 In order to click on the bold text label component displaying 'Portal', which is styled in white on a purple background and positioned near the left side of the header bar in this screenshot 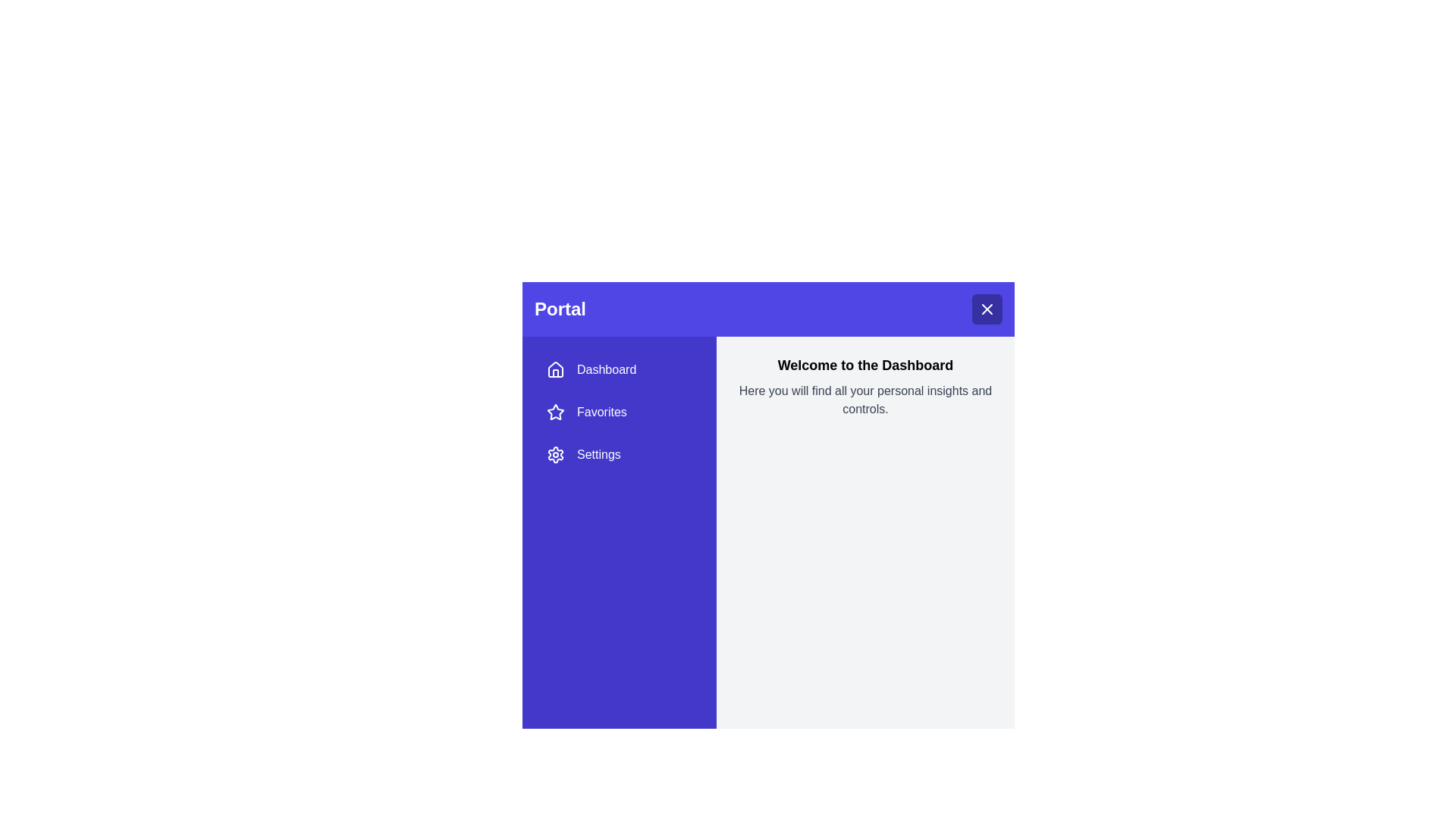, I will do `click(560, 309)`.